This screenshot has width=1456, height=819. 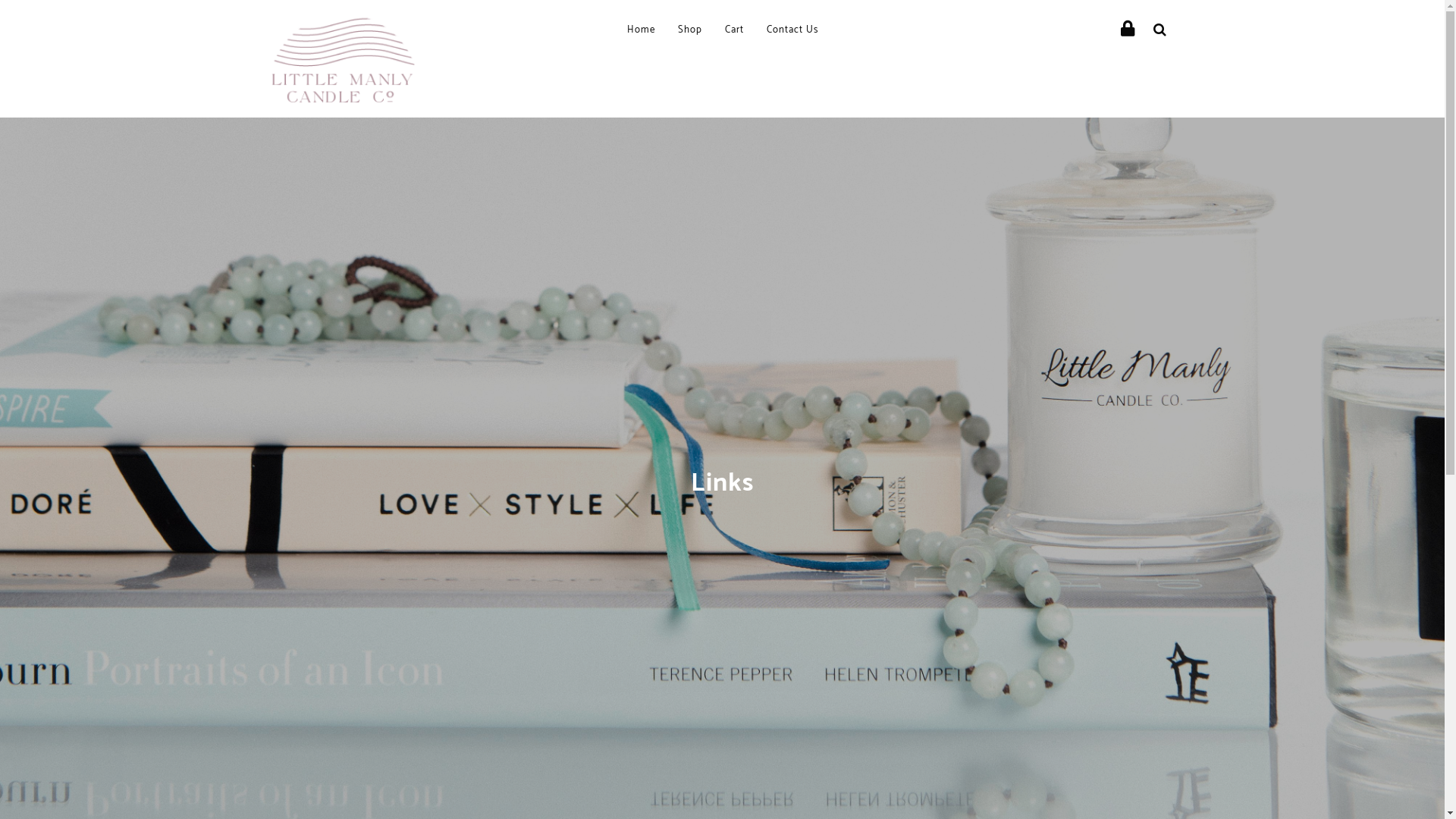 What do you see at coordinates (790, 30) in the screenshot?
I see `'Contact Us'` at bounding box center [790, 30].